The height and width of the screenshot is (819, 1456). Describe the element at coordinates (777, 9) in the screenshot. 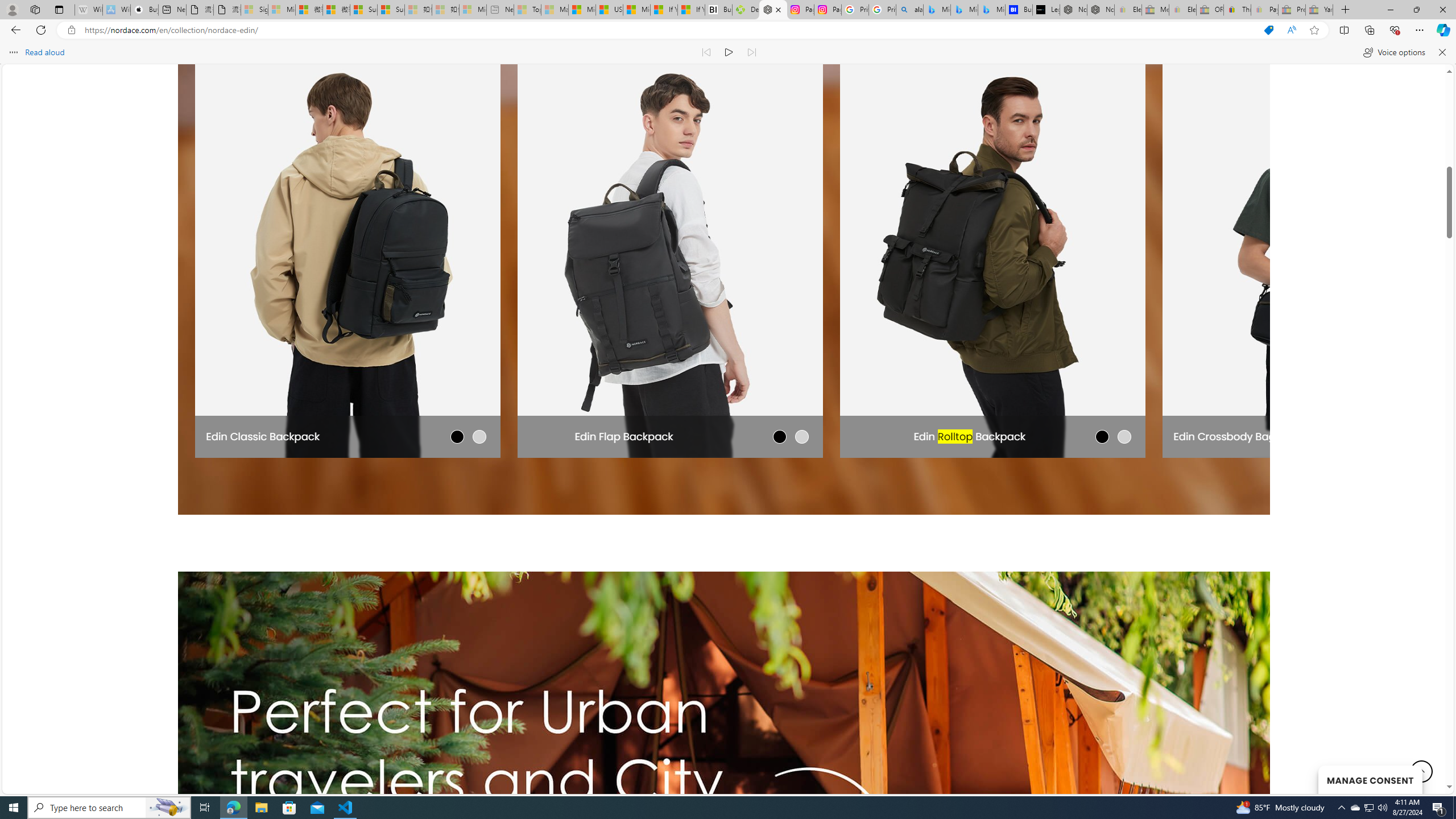

I see `'Close tab'` at that location.